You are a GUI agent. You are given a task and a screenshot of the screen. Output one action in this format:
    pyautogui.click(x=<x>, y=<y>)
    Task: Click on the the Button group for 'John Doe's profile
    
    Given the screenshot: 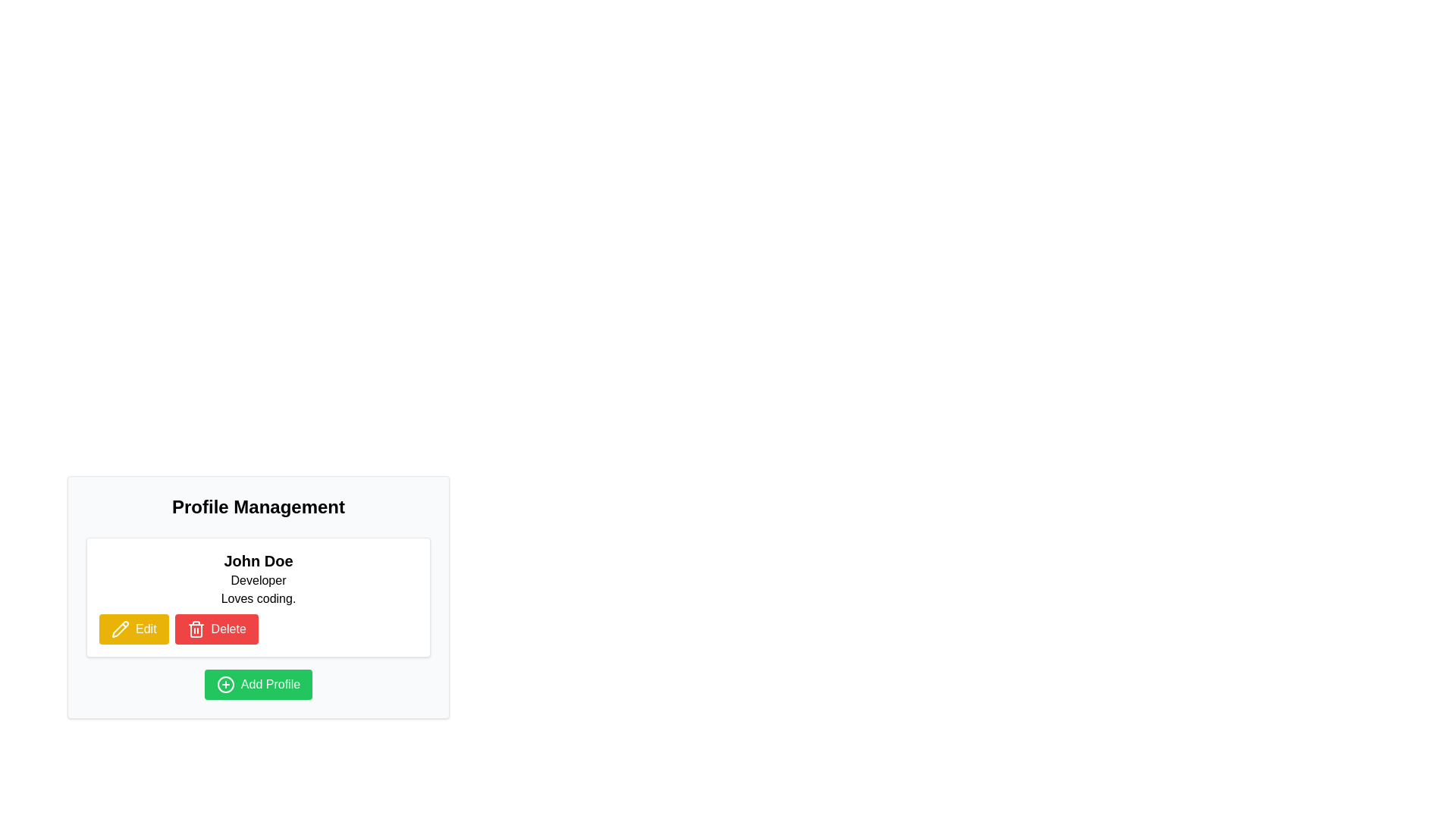 What is the action you would take?
    pyautogui.click(x=258, y=629)
    